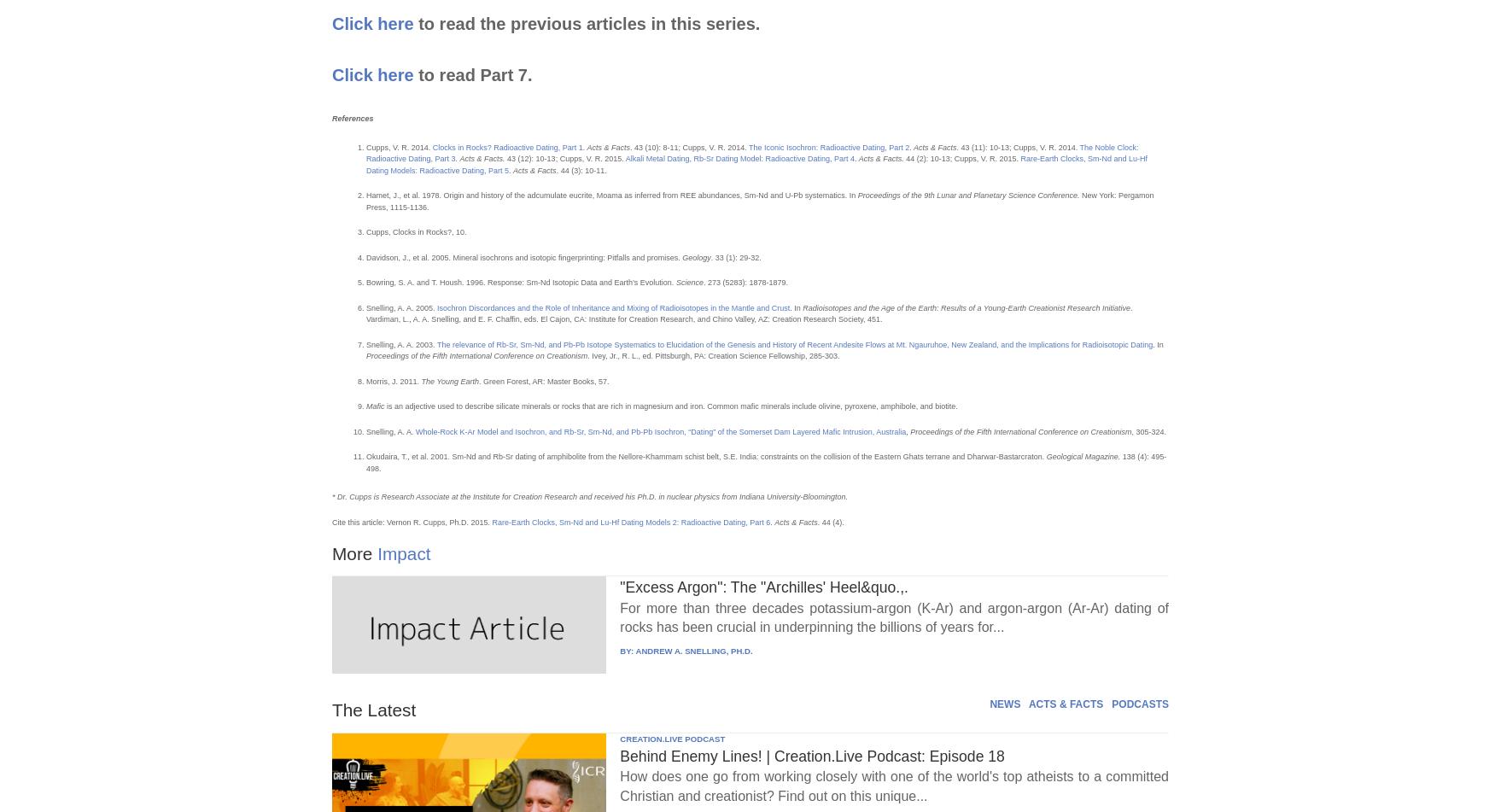 Image resolution: width=1501 pixels, height=812 pixels. I want to click on 'Clocks in Rocks? Radioactive Dating, Part 1', so click(507, 147).